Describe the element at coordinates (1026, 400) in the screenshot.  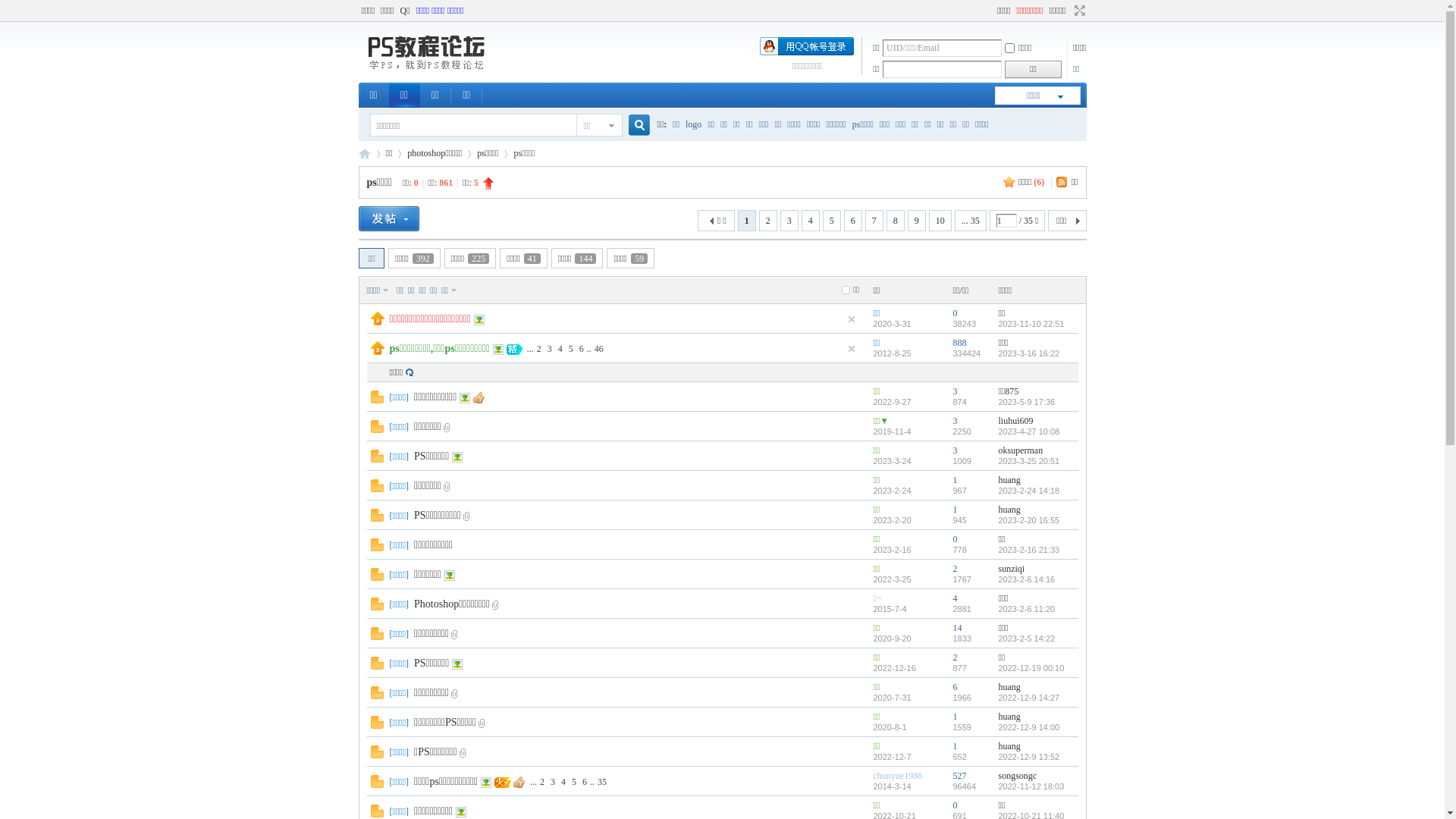
I see `'2023-5-9 17:36'` at that location.